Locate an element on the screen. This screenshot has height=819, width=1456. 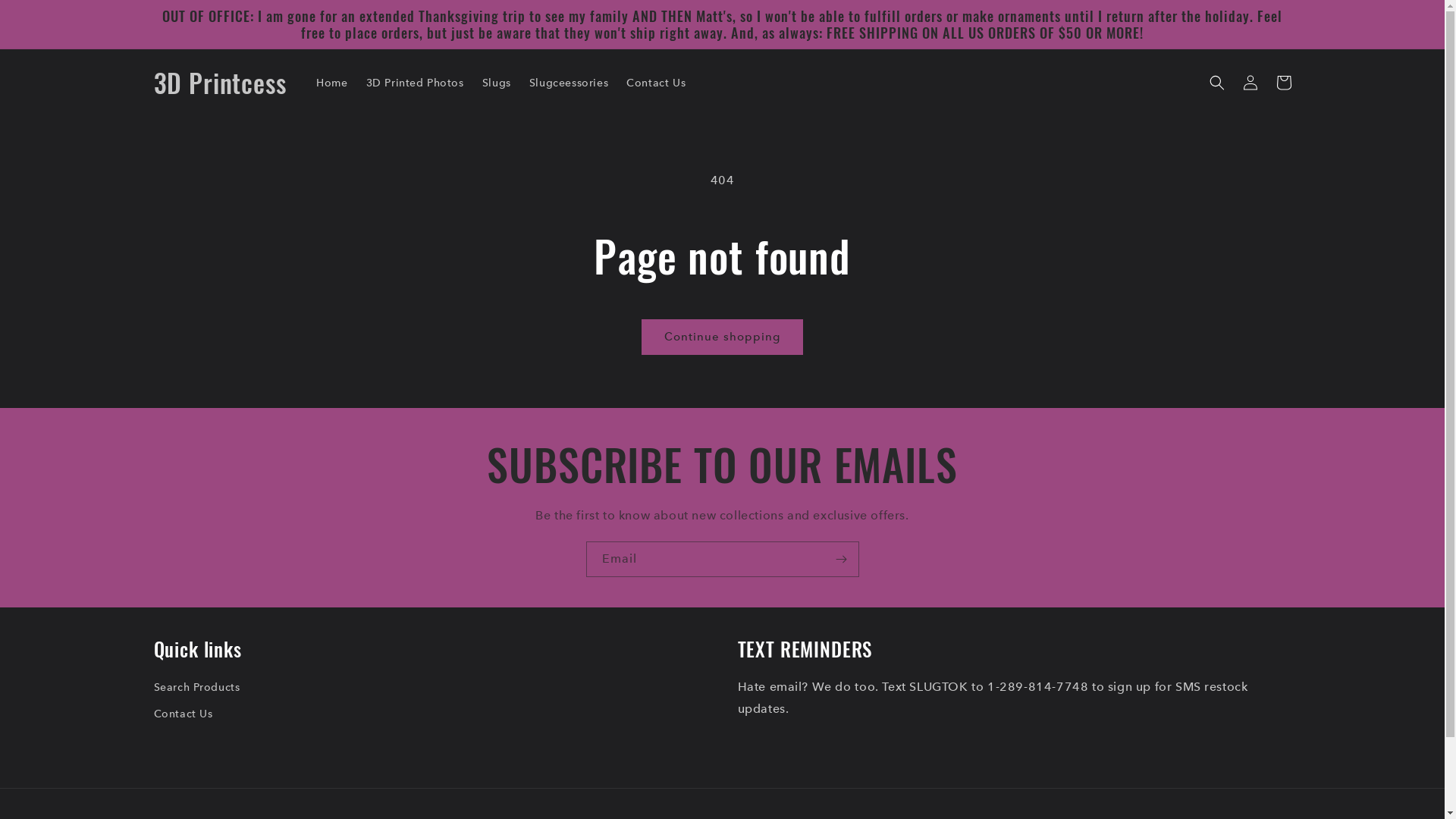
'Slugs' is located at coordinates (496, 82).